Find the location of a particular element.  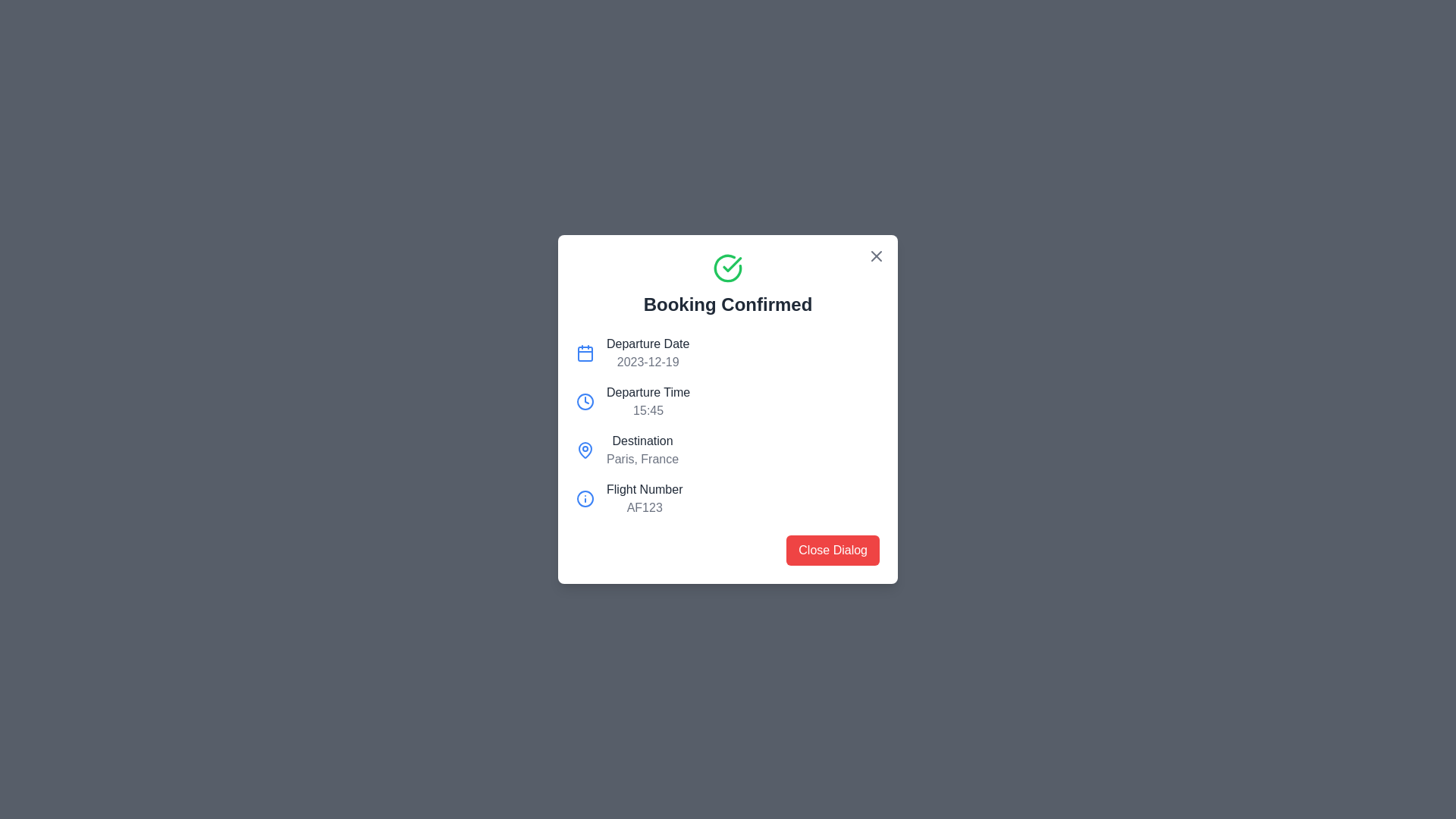

the Text Label that serves as a title for the flight number information, located below the 'Destination' section and above the 'AF123' flight number detail in a centered modal dialog is located at coordinates (645, 489).